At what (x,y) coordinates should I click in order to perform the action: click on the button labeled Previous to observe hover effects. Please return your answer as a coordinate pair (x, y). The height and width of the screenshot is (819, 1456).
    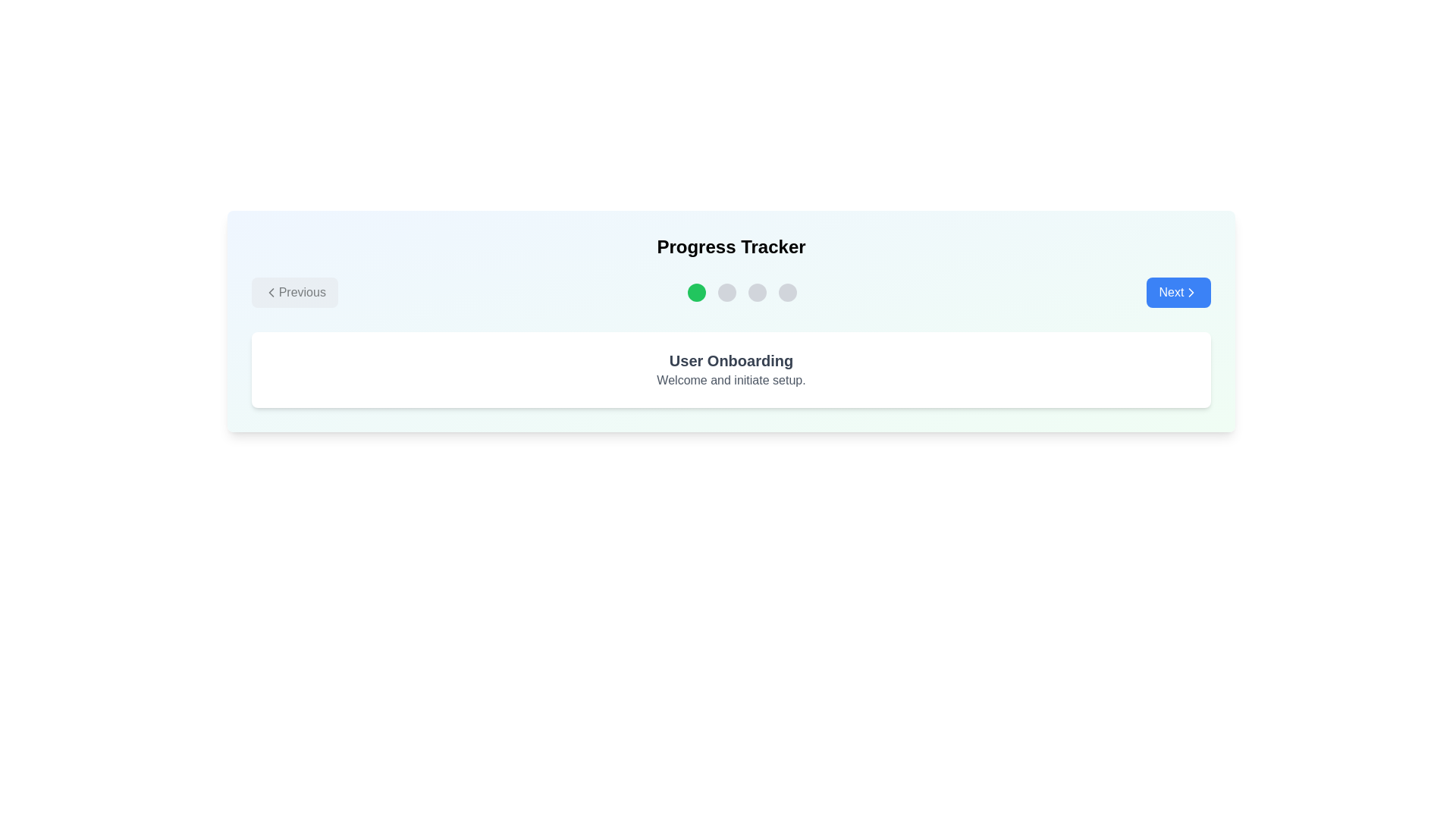
    Looking at the image, I should click on (294, 292).